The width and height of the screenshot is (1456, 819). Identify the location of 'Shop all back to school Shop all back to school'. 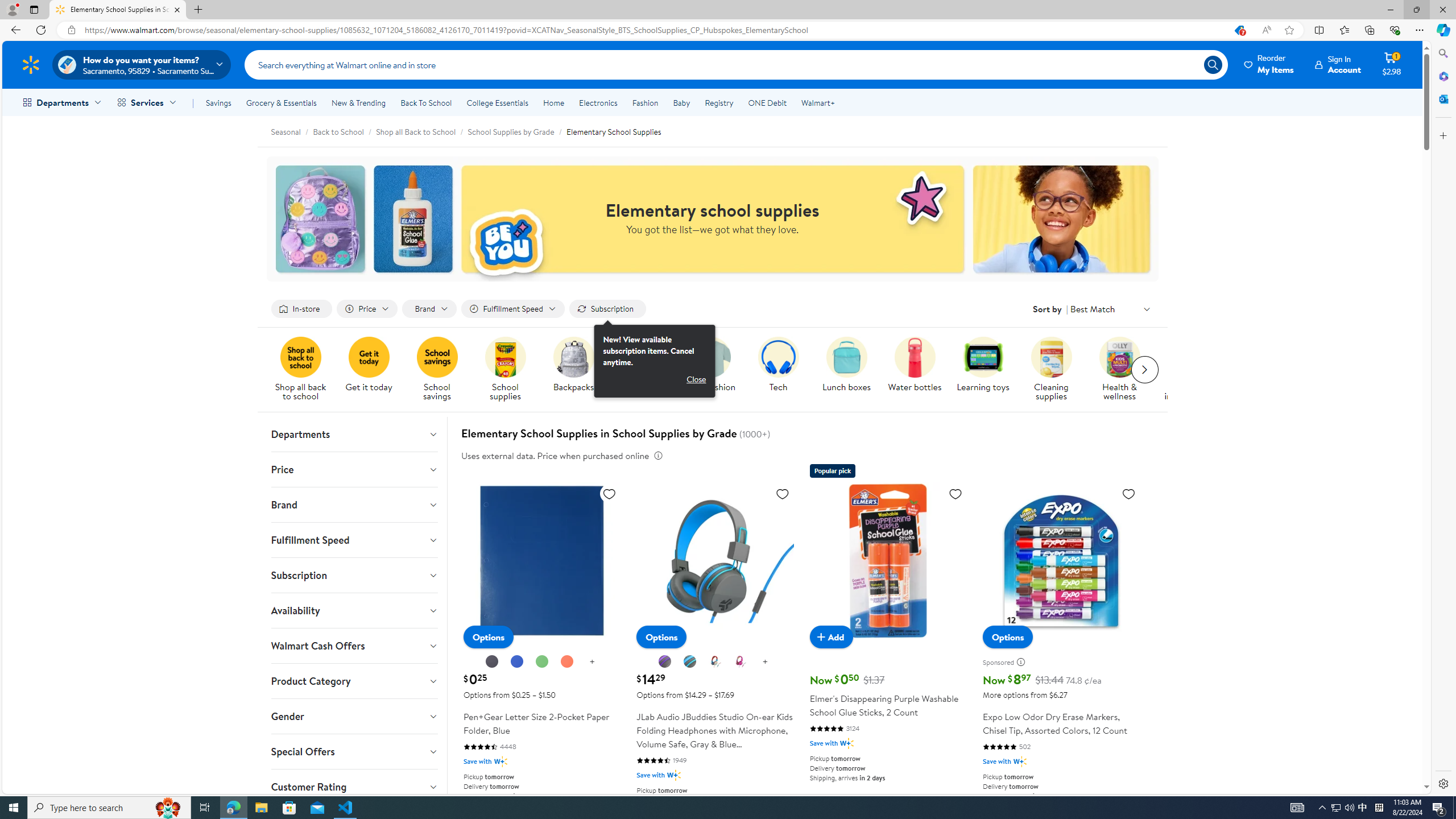
(300, 370).